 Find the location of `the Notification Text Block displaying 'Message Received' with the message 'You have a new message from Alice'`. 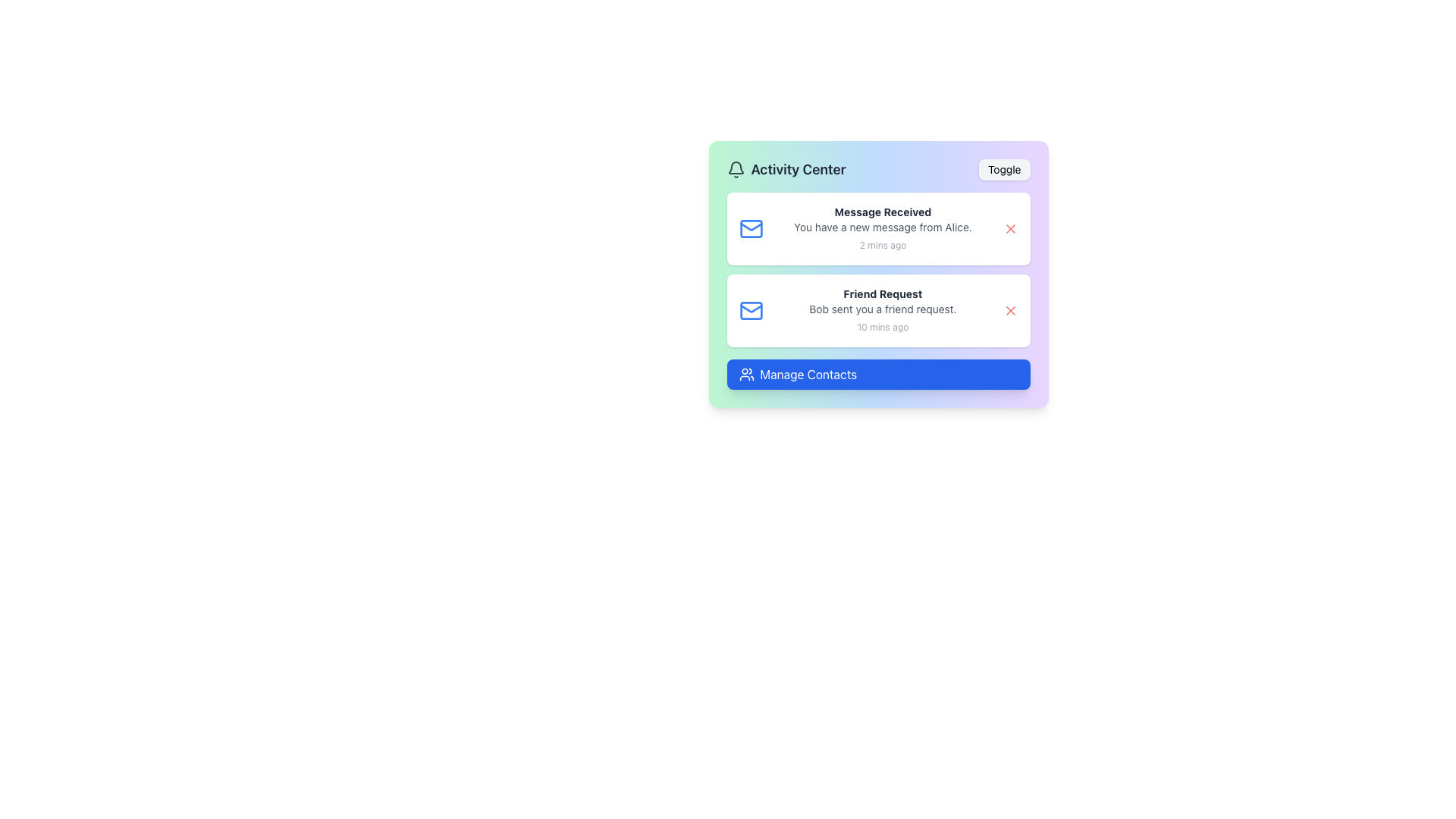

the Notification Text Block displaying 'Message Received' with the message 'You have a new message from Alice' is located at coordinates (883, 228).